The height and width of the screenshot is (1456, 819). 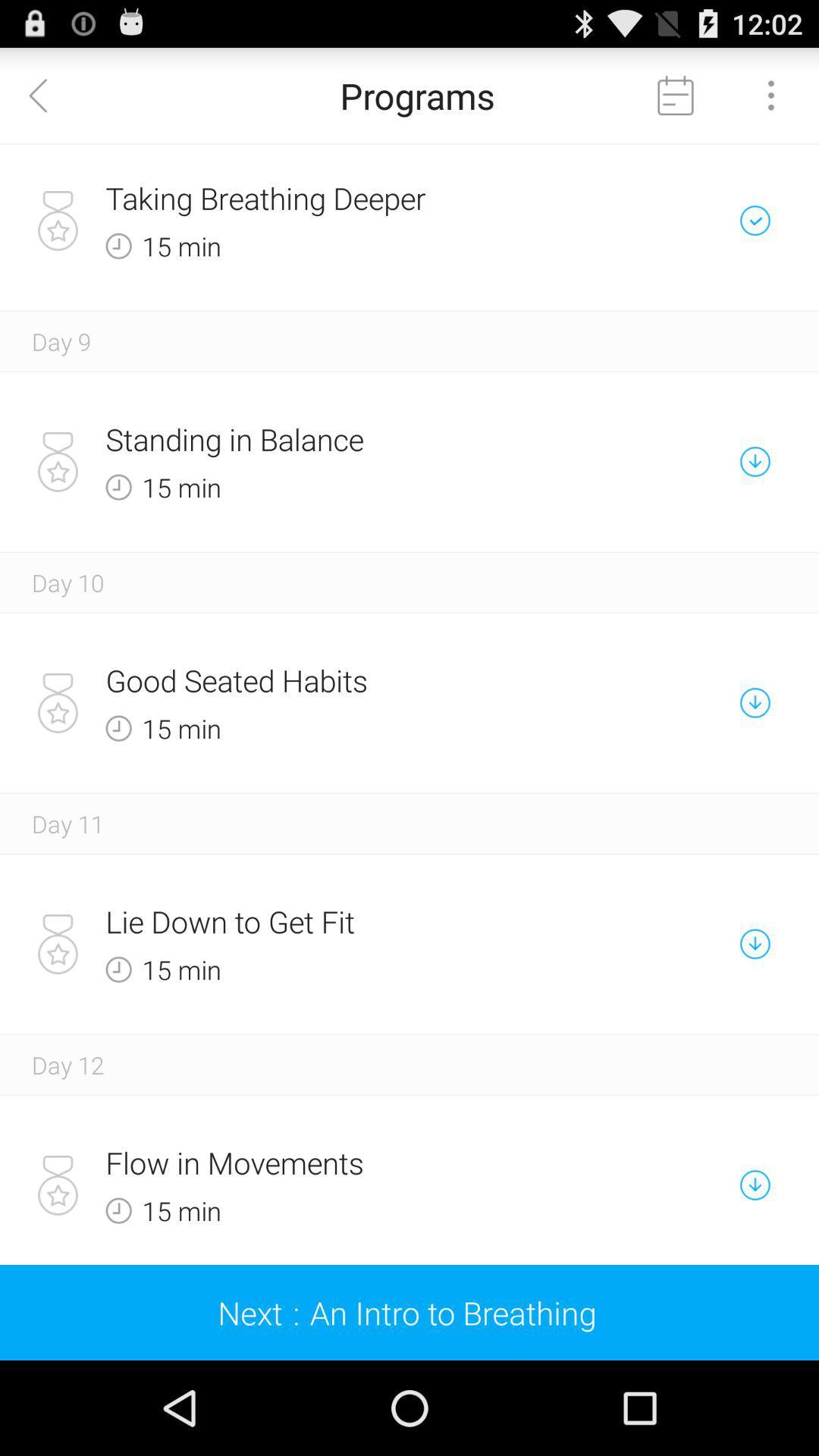 I want to click on the taking breathing deeper, so click(x=356, y=197).